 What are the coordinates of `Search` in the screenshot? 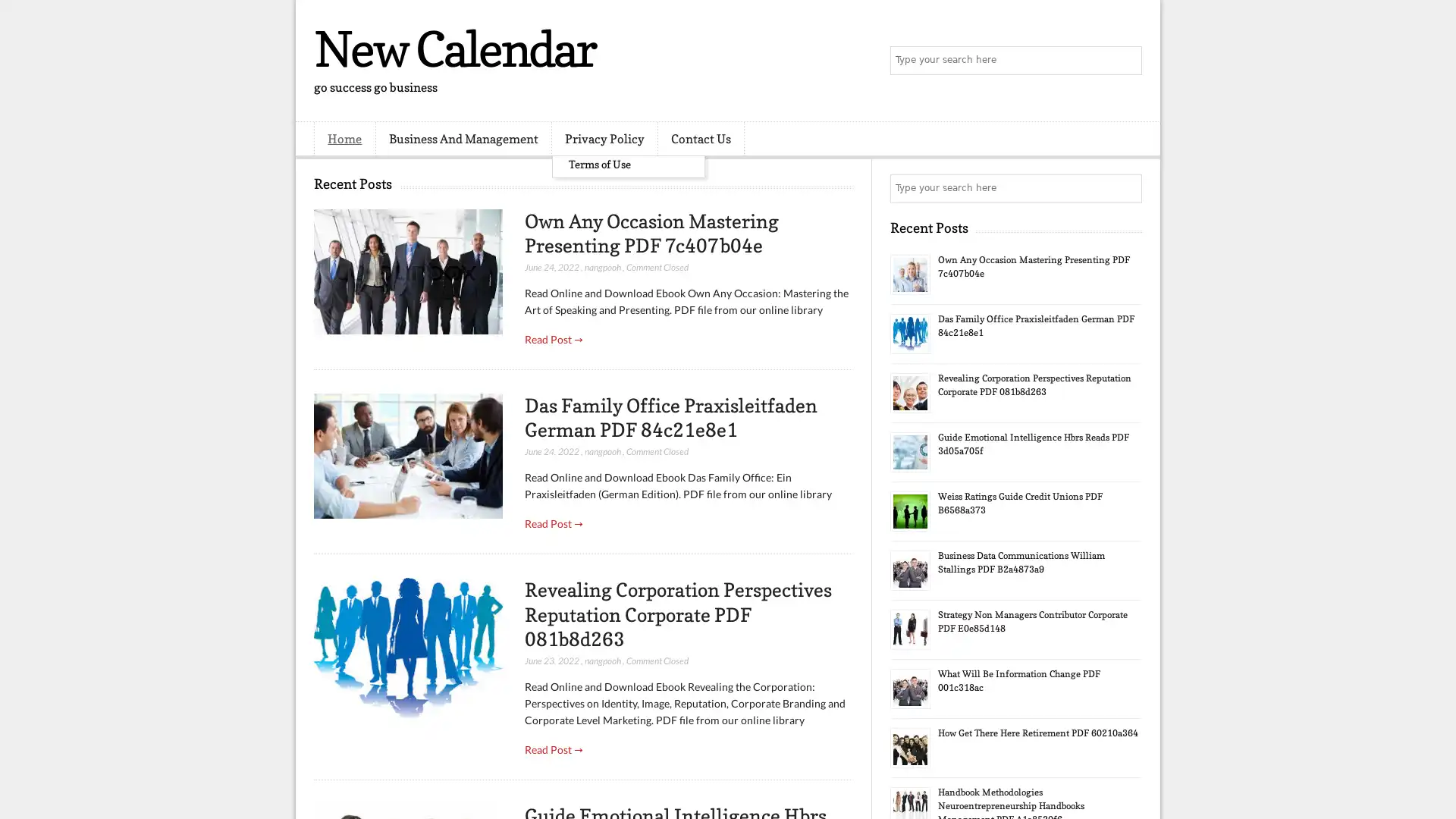 It's located at (1126, 188).